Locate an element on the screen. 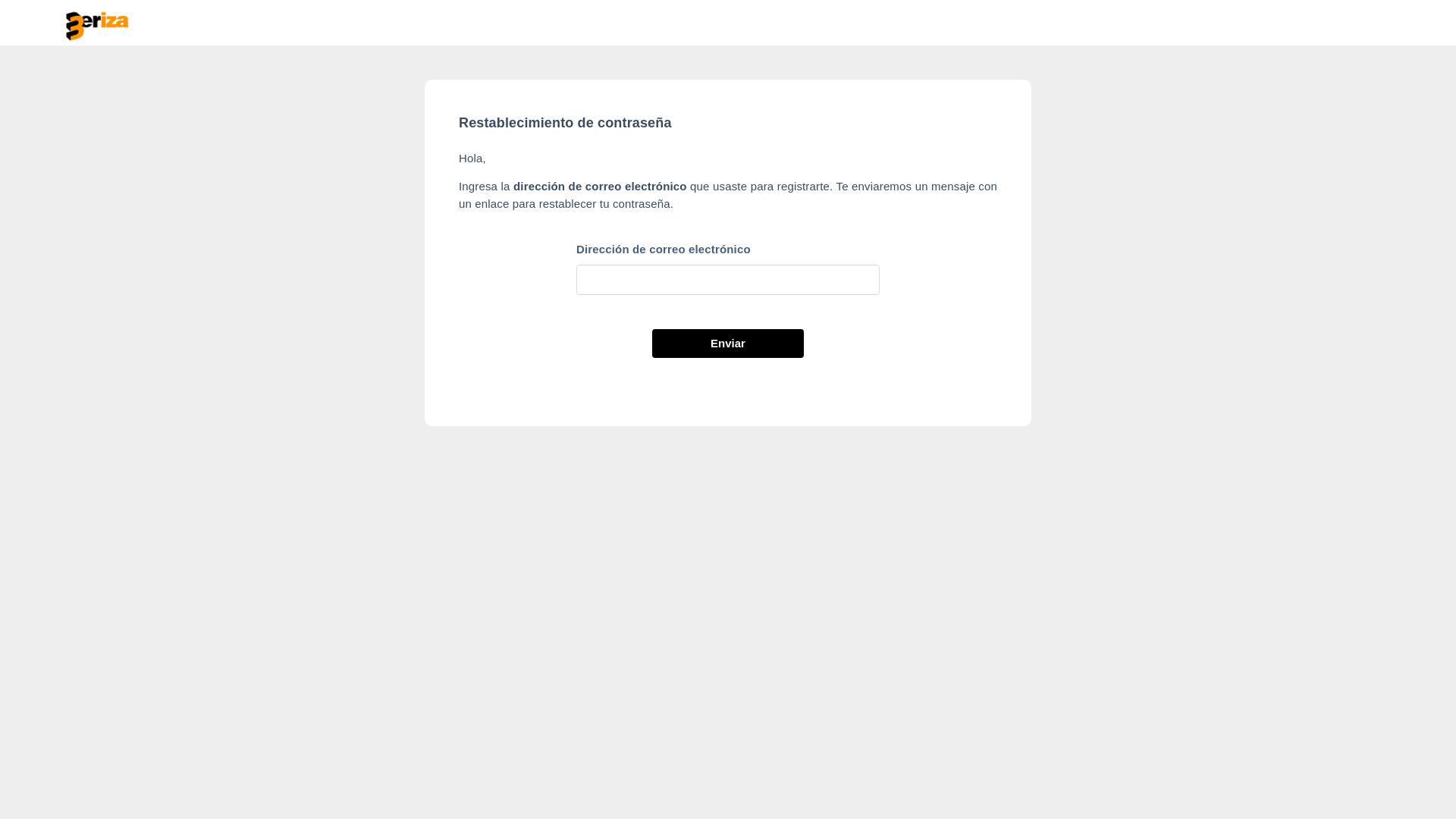  'Enviar' is located at coordinates (728, 343).